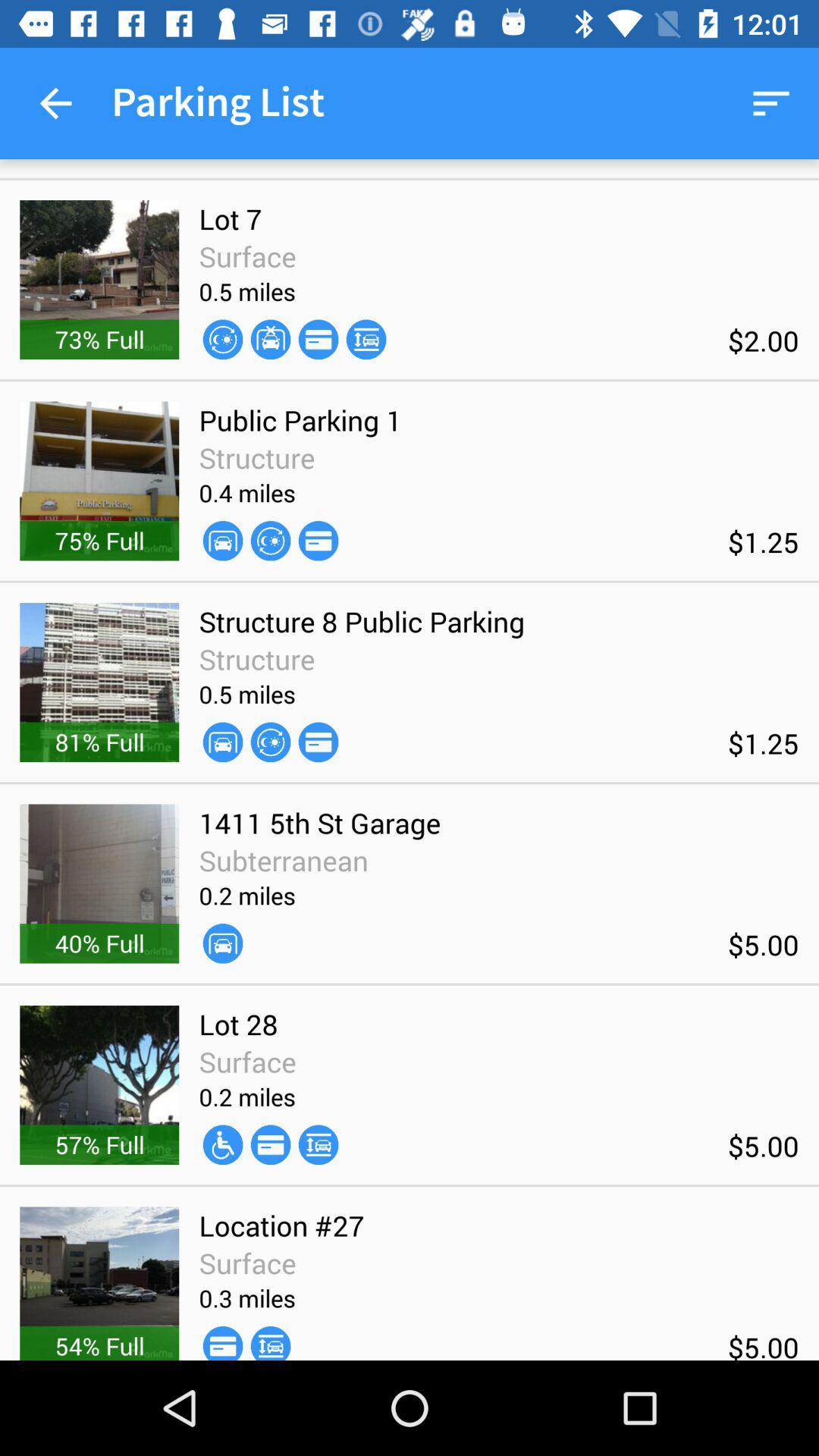 The image size is (819, 1456). What do you see at coordinates (55, 102) in the screenshot?
I see `the item next to parking list item` at bounding box center [55, 102].